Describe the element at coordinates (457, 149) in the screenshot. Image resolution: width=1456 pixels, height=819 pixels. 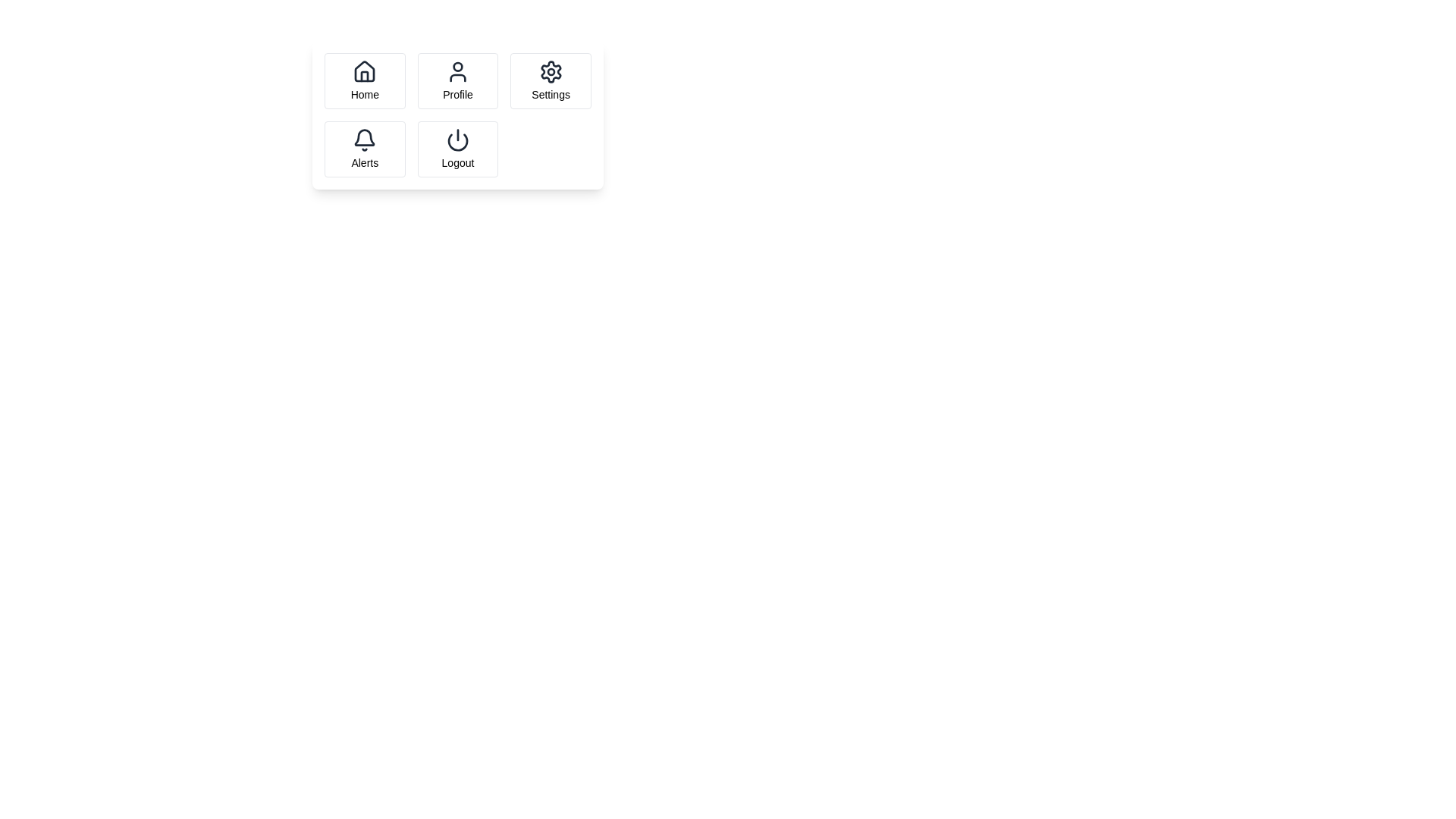
I see `the 'Logout' button, which has a rounded border, a white background, and a power symbol icon above the text` at that location.